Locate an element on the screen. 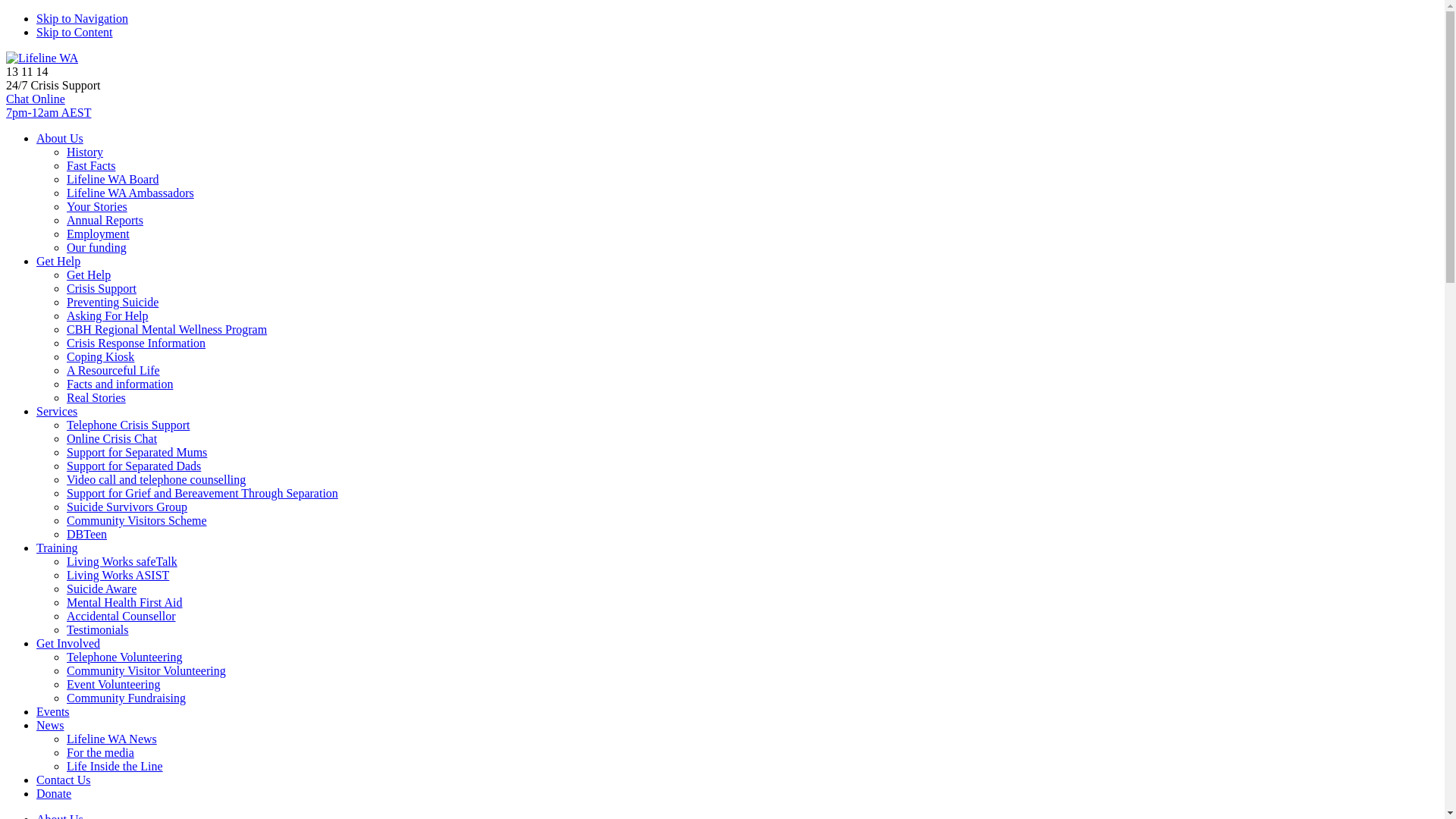 This screenshot has width=1456, height=819. 'Community Visitor Volunteering' is located at coordinates (65, 670).